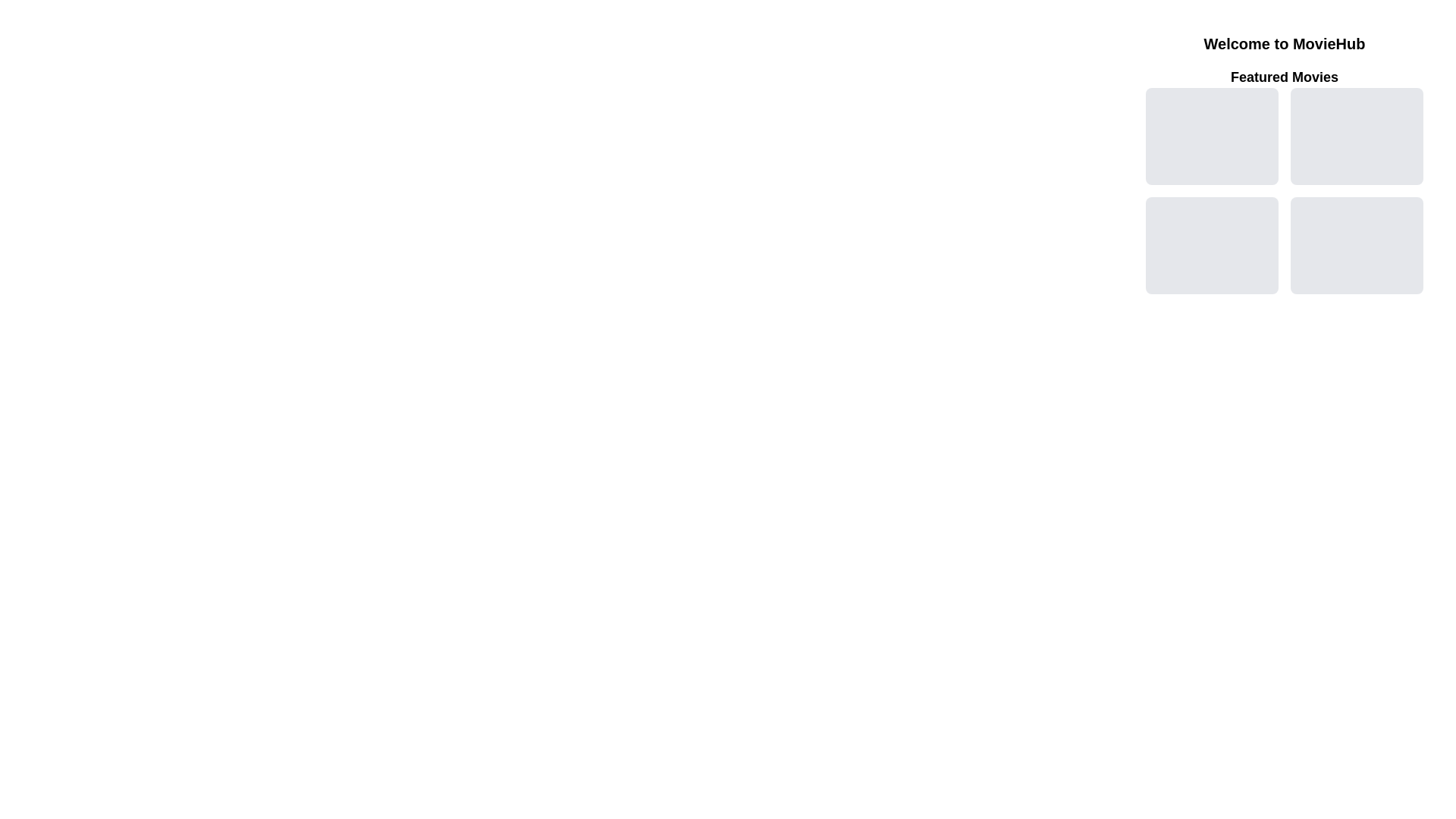 Image resolution: width=1456 pixels, height=819 pixels. Describe the element at coordinates (1357, 245) in the screenshot. I see `the rectangular placeholder element with rounded corners and a pale gray background located in the bottom-right corner of a 2x2 grid layout` at that location.